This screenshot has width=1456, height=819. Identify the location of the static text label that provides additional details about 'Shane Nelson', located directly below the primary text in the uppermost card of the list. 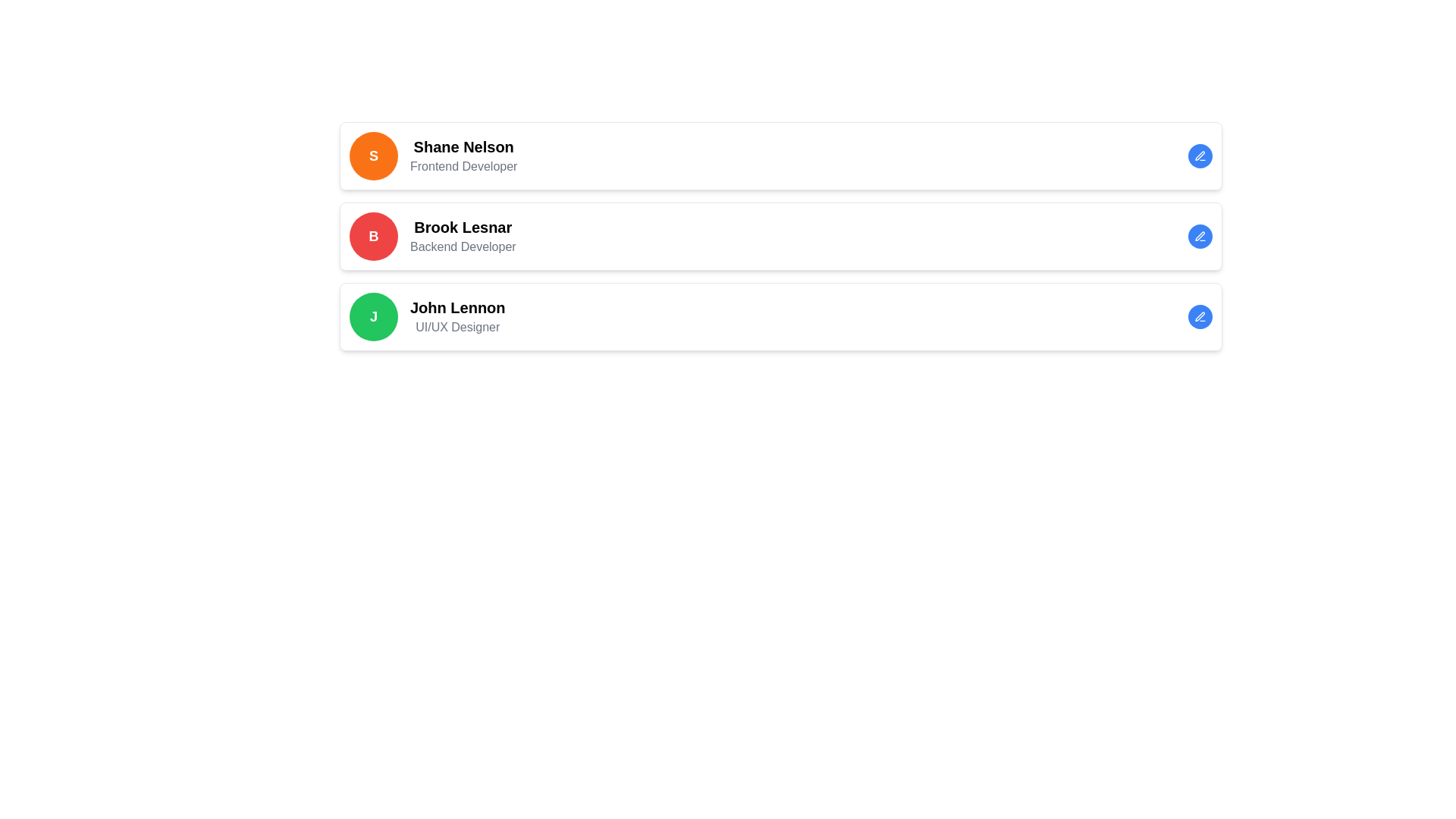
(463, 166).